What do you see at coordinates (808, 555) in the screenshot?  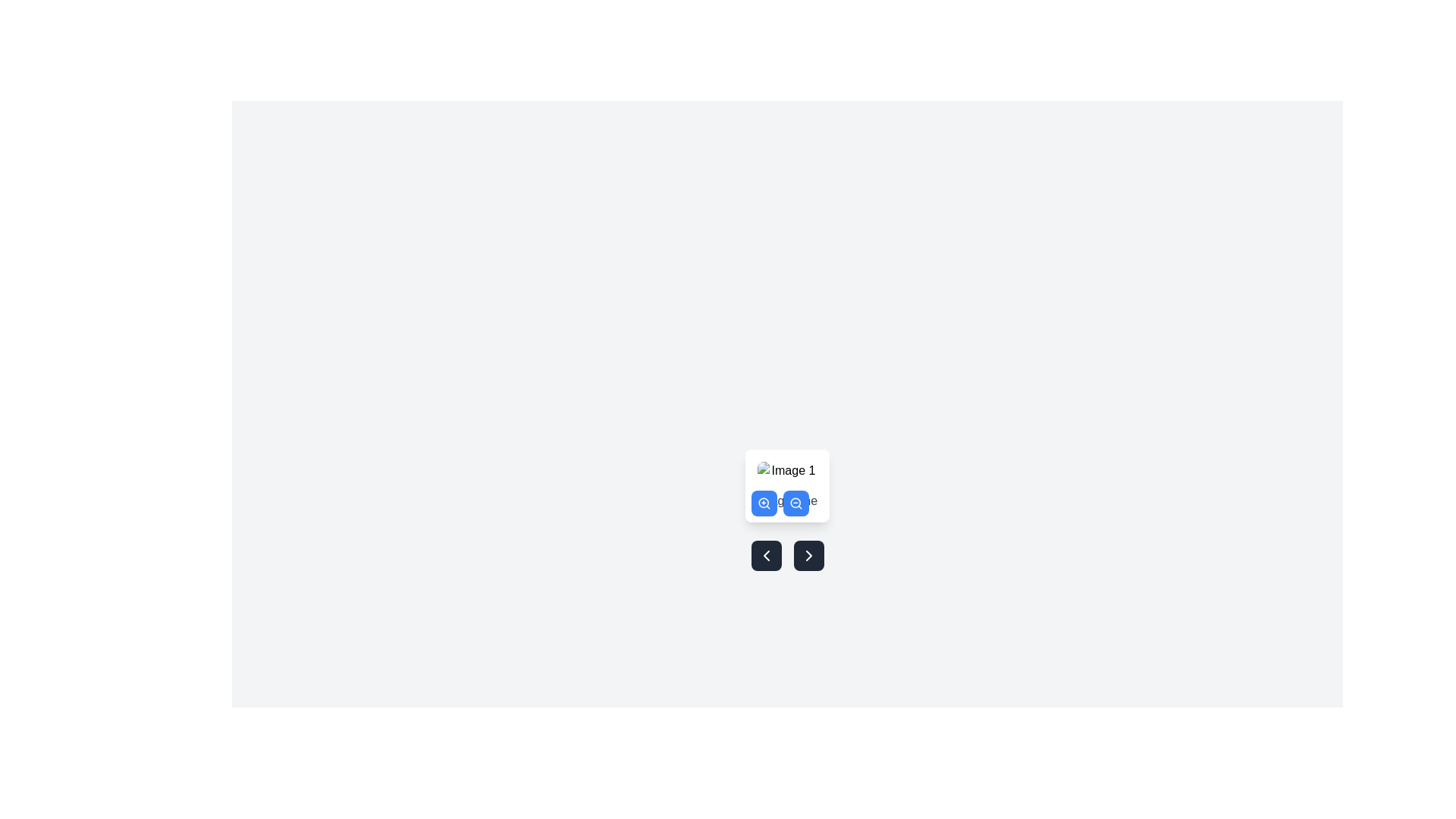 I see `the right-arrow icon located within the button` at bounding box center [808, 555].